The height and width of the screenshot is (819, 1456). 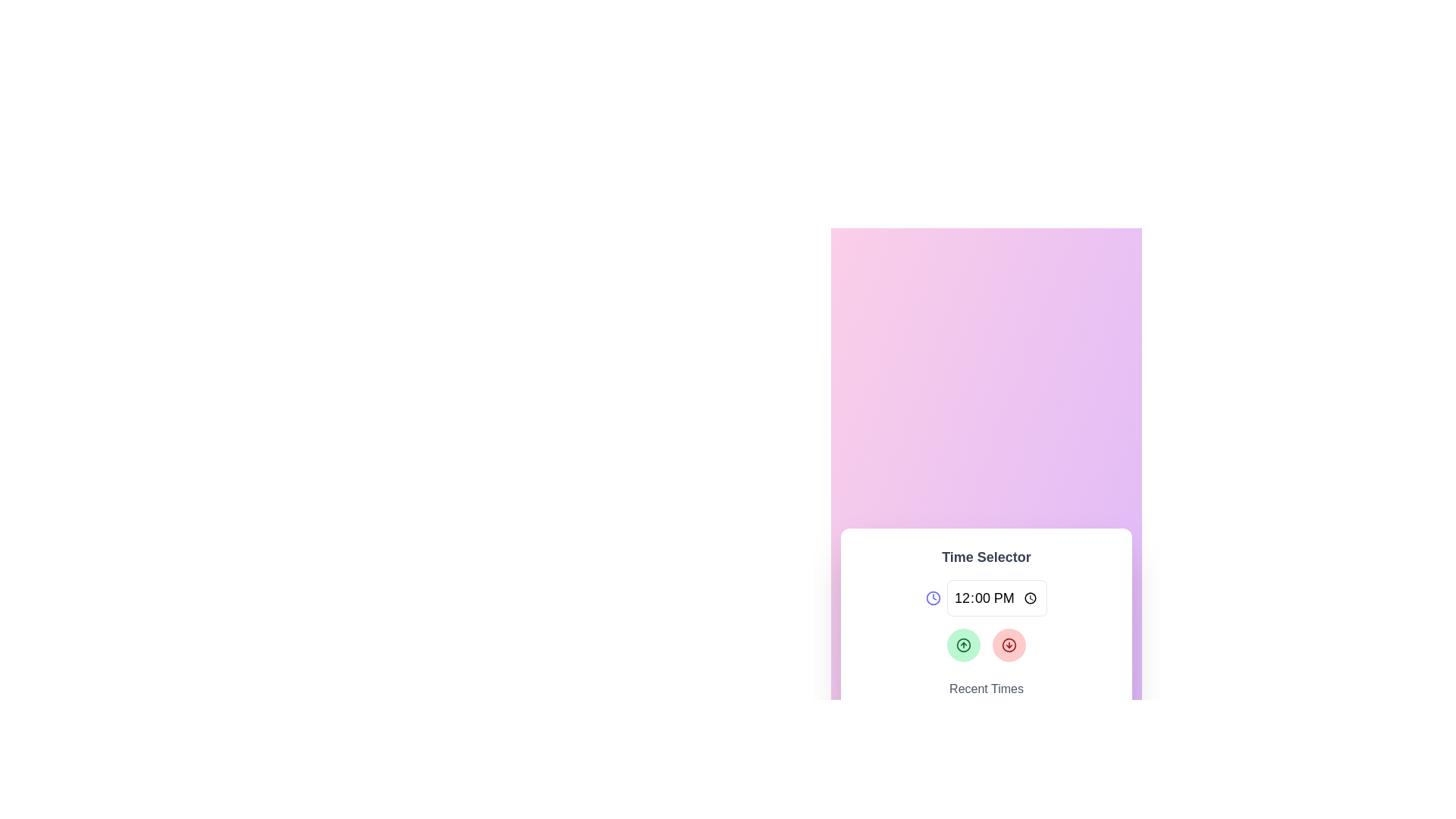 I want to click on the circular red button with a downward-pointing arrow icon to decrement the value, so click(x=1009, y=645).